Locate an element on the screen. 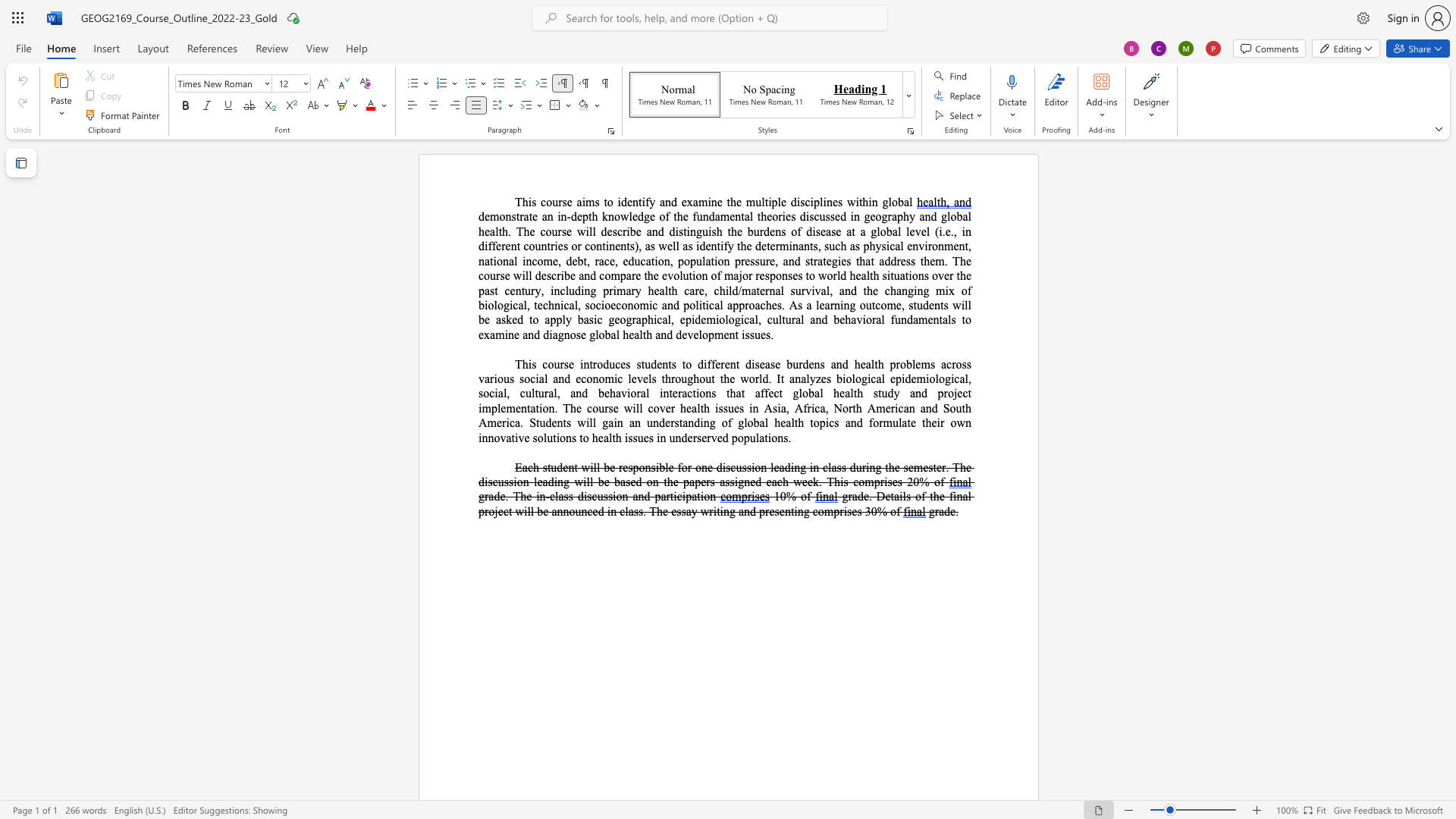 The height and width of the screenshot is (819, 1456). the space between the continuous character "r" and "e" in the text is located at coordinates (901, 260).